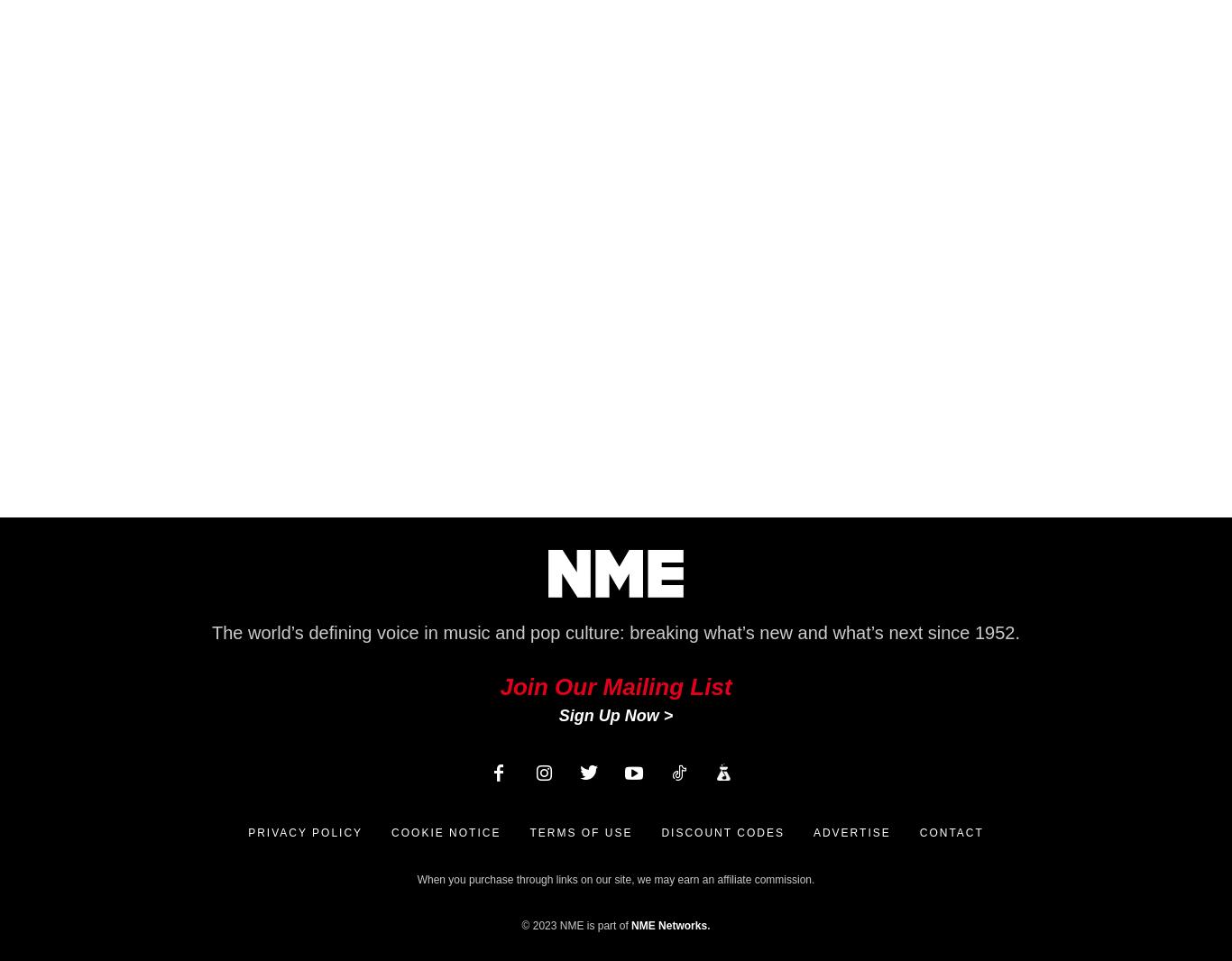 Image resolution: width=1232 pixels, height=961 pixels. What do you see at coordinates (575, 925) in the screenshot?
I see `'© 2023 NME is part of'` at bounding box center [575, 925].